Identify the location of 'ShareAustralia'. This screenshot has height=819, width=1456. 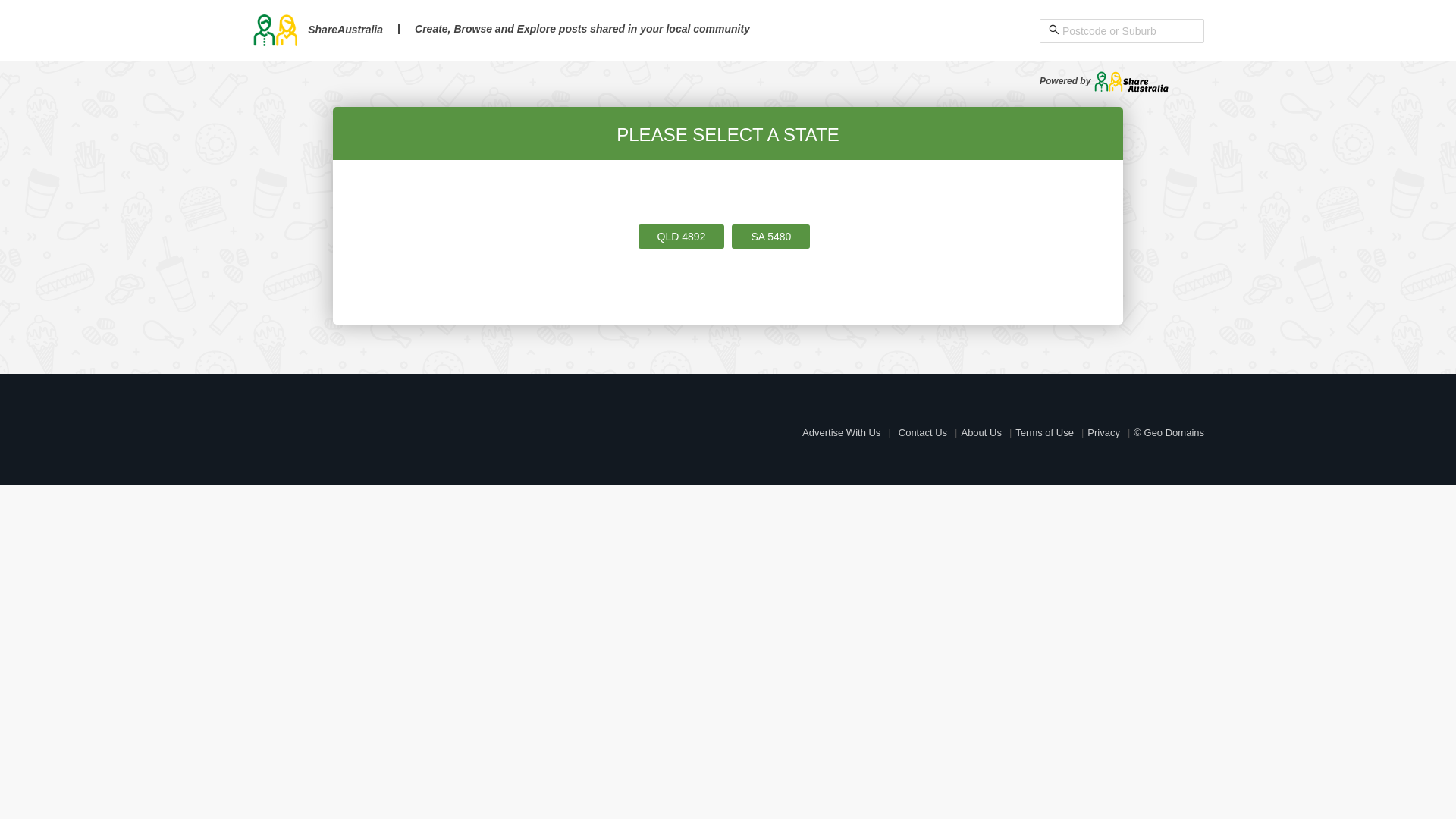
(251, 29).